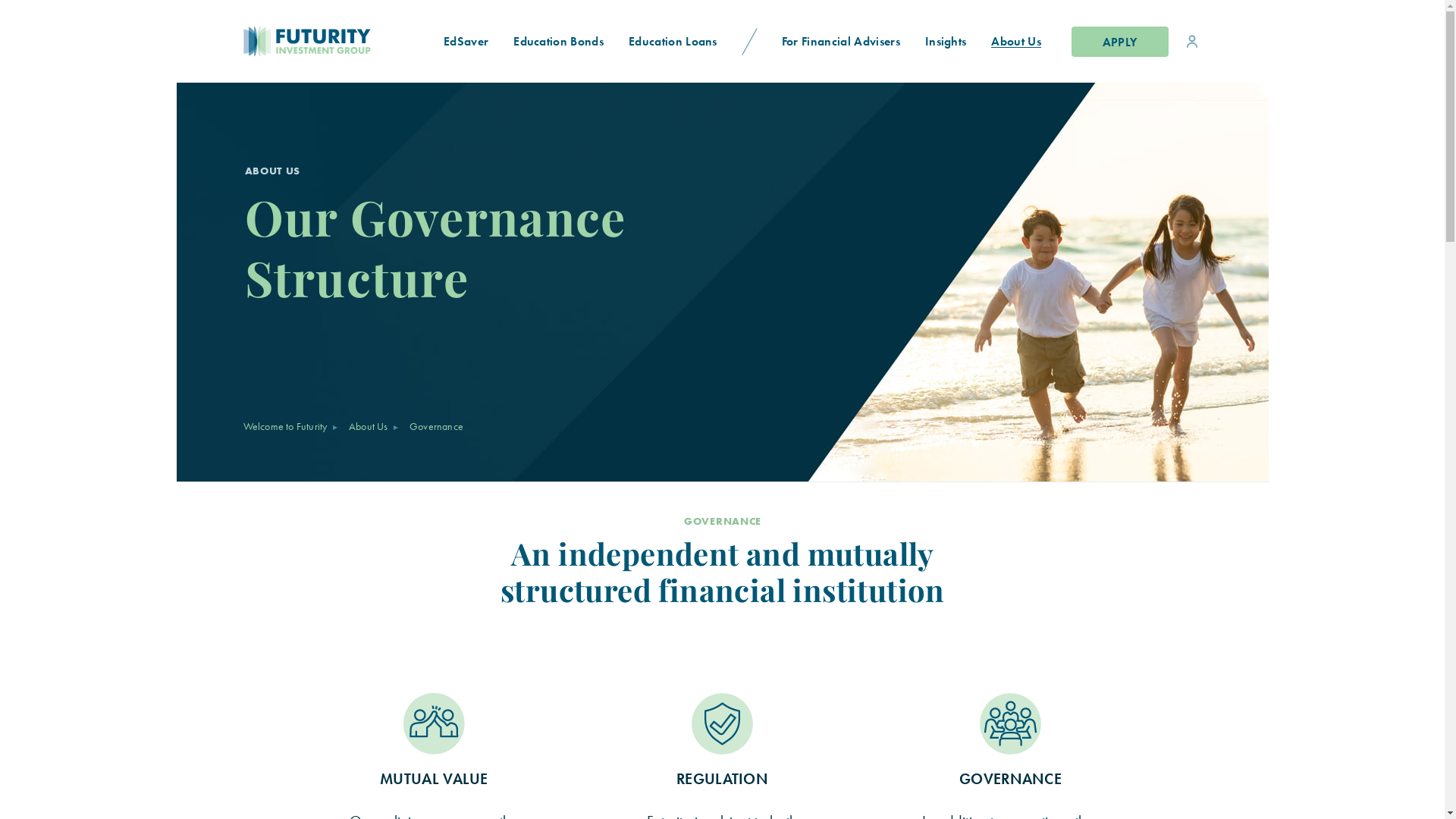  Describe the element at coordinates (465, 40) in the screenshot. I see `'EdSaver'` at that location.